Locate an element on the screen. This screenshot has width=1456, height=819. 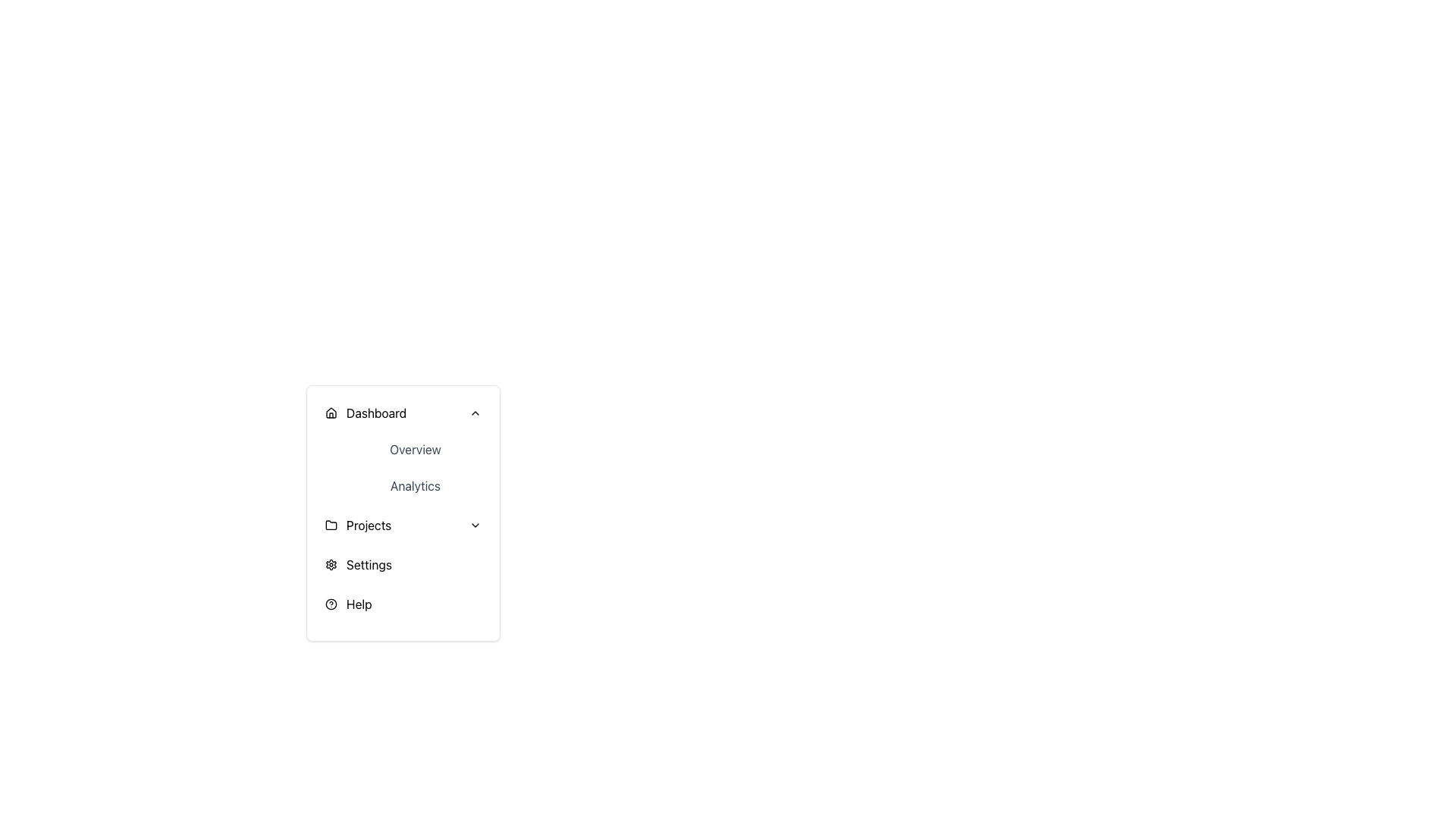
the 'Dashboard' text label in the vertical navigation menu is located at coordinates (376, 413).